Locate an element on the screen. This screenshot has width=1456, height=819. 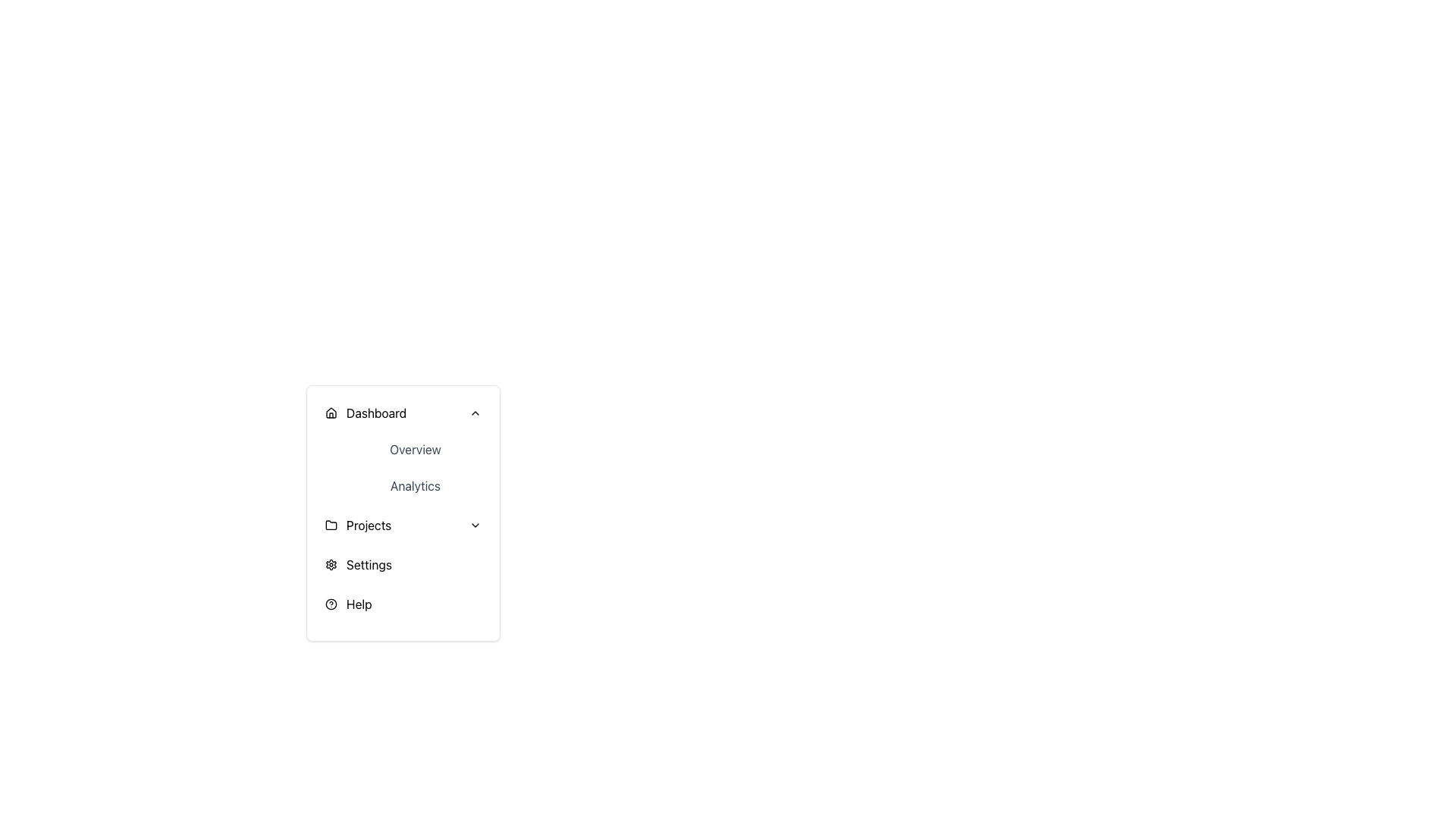
the 'Dashboard' text label in the vertical navigation menu is located at coordinates (376, 413).